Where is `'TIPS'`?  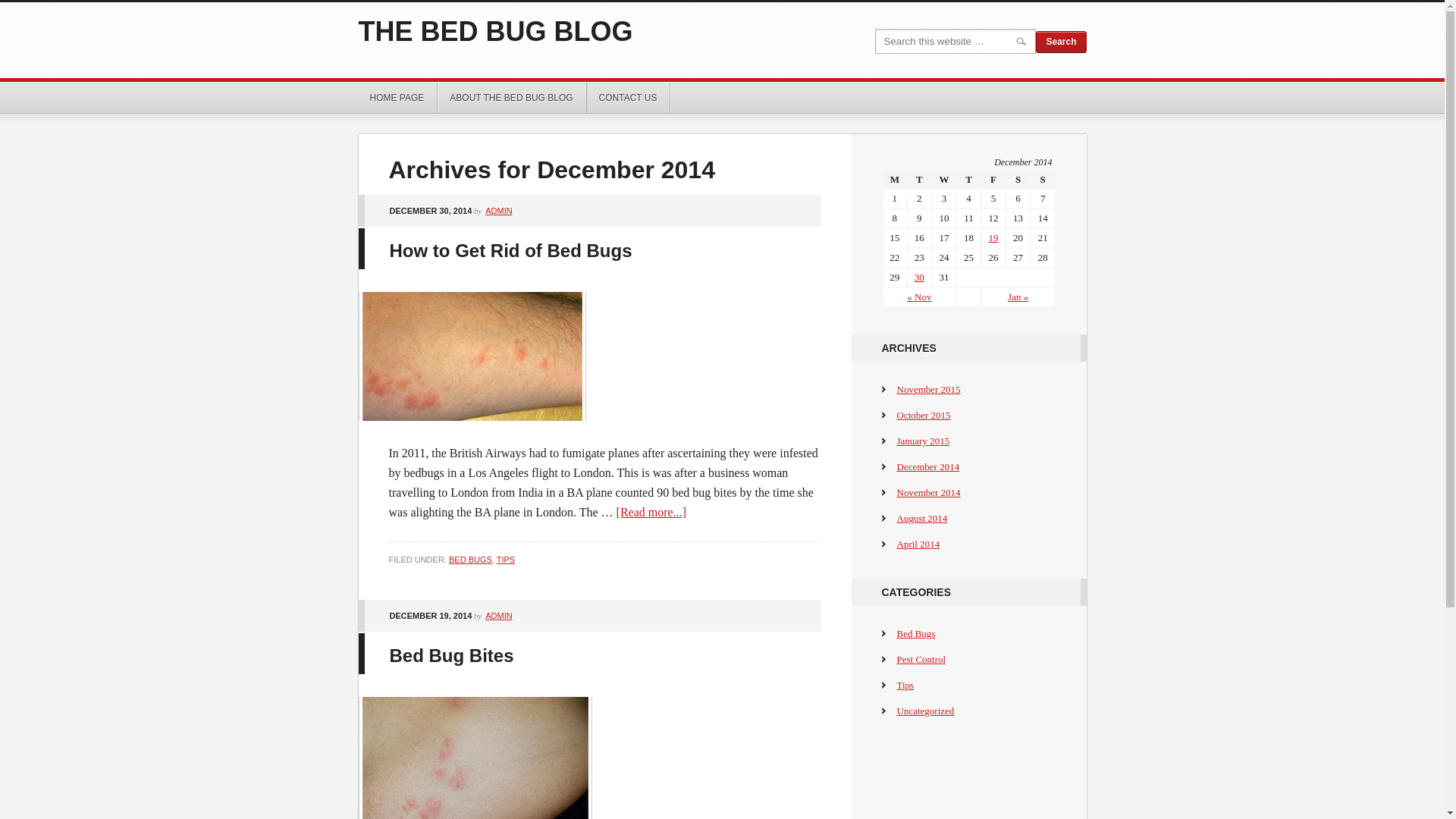 'TIPS' is located at coordinates (496, 559).